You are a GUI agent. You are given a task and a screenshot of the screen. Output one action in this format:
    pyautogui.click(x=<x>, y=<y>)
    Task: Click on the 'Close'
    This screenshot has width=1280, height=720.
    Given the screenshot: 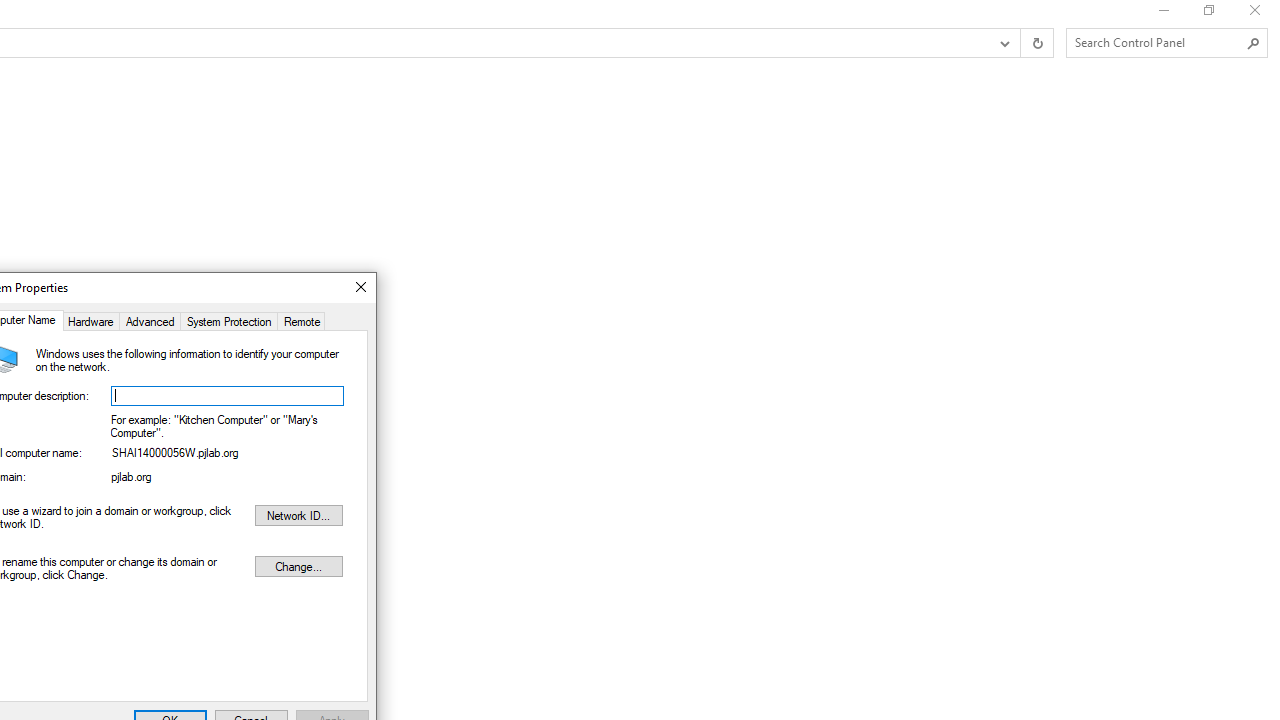 What is the action you would take?
    pyautogui.click(x=360, y=288)
    